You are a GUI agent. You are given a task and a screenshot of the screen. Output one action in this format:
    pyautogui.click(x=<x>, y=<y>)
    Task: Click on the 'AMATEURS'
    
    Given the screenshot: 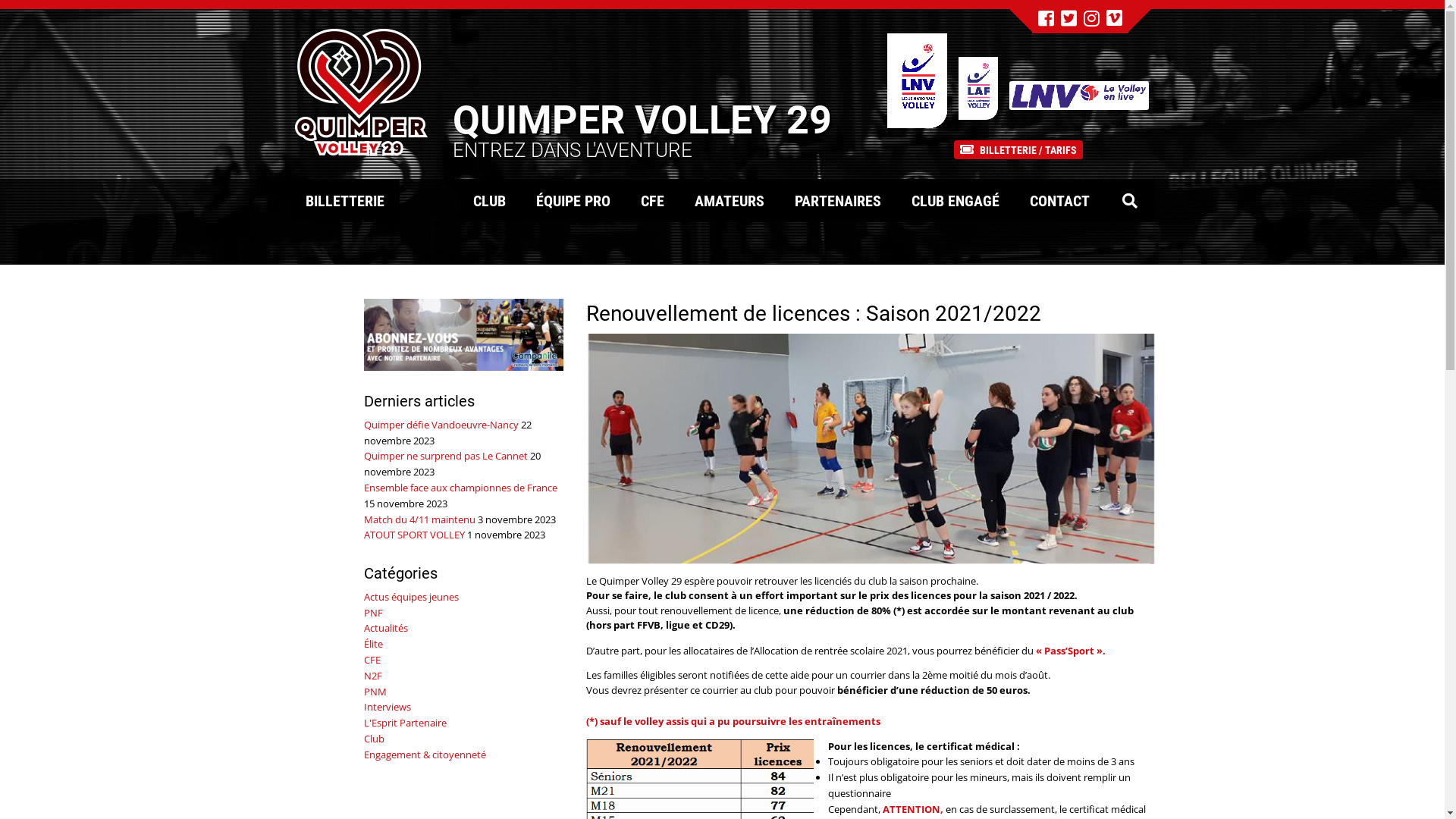 What is the action you would take?
    pyautogui.click(x=729, y=199)
    